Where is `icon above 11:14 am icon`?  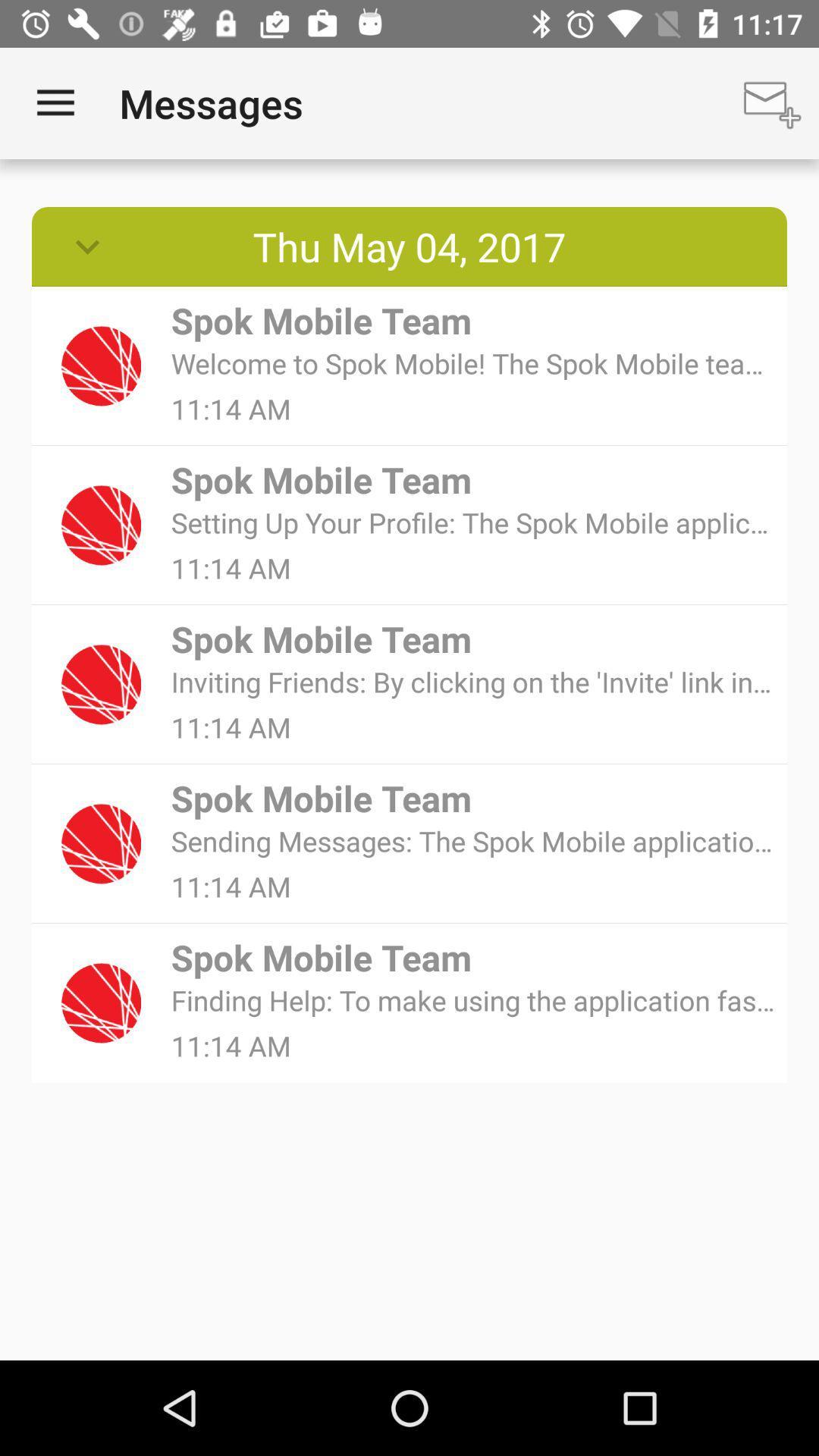
icon above 11:14 am icon is located at coordinates (473, 1000).